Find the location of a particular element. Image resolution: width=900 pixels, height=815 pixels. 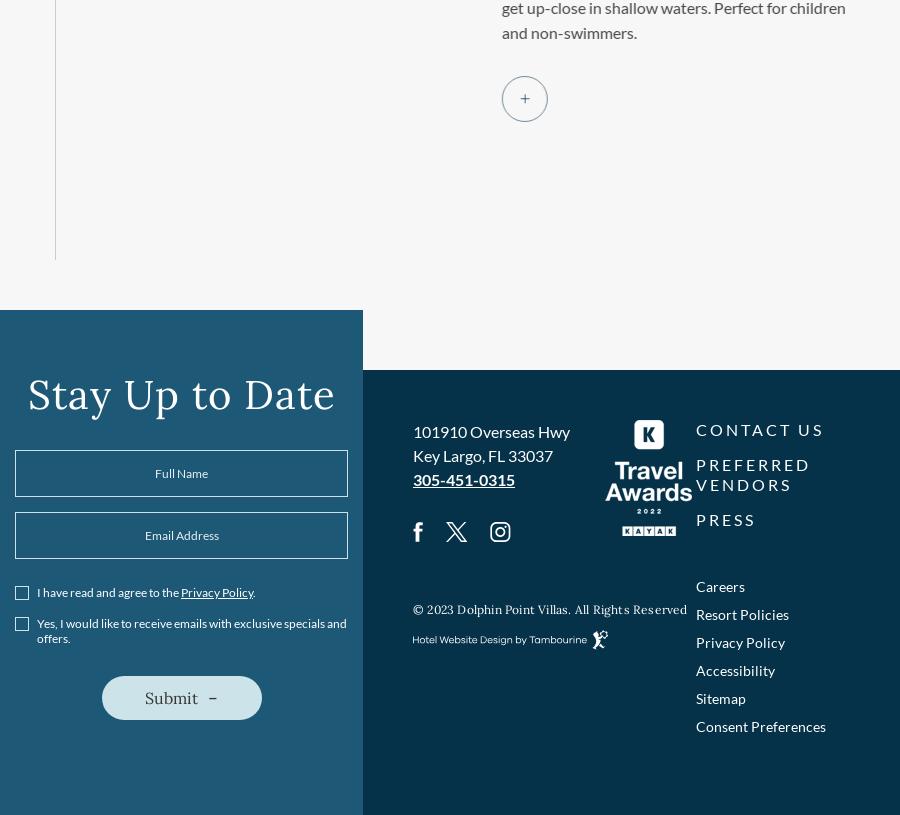

'Preferred Vendors' is located at coordinates (752, 474).